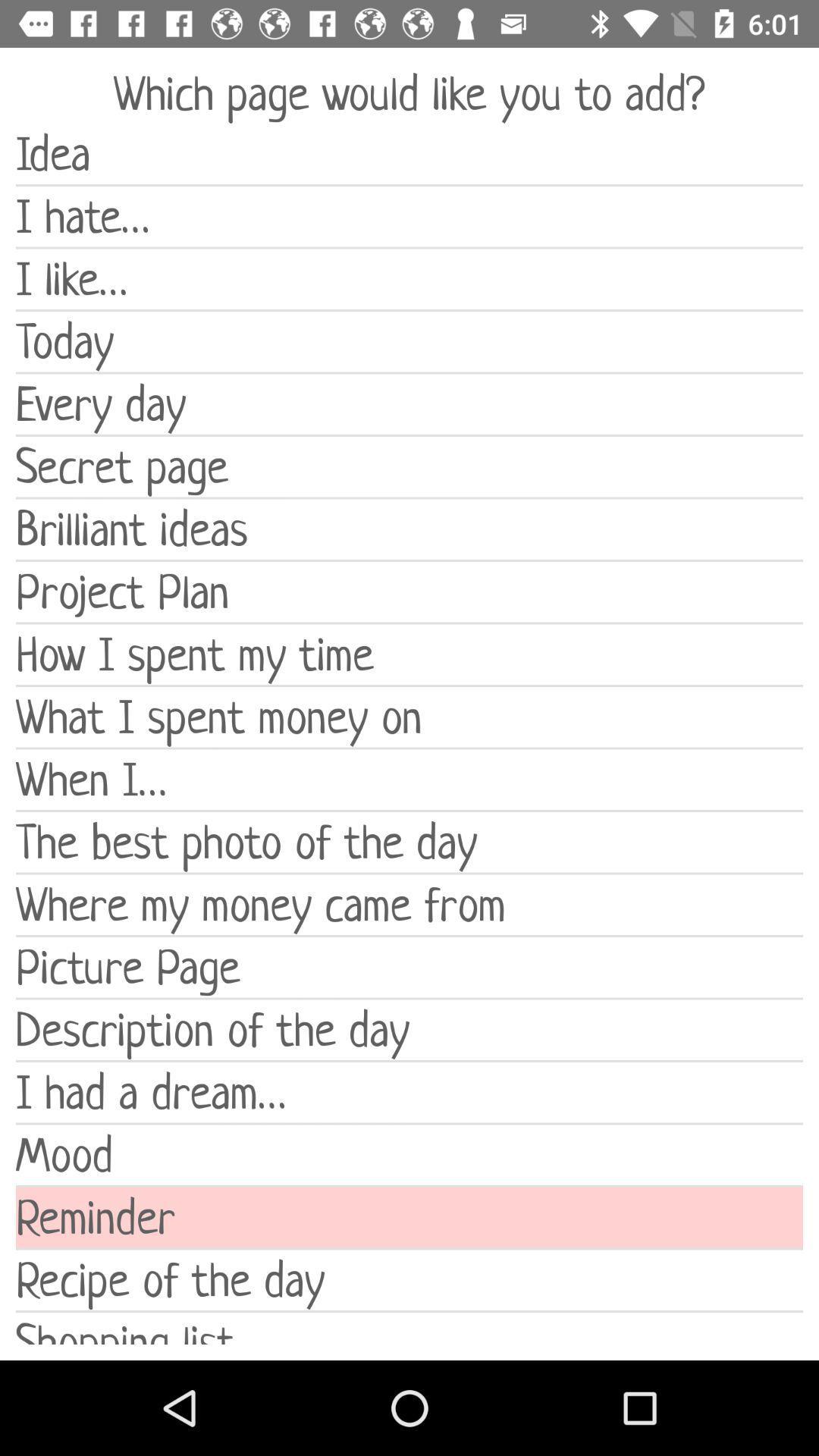  I want to click on the icon above the picture page, so click(409, 905).